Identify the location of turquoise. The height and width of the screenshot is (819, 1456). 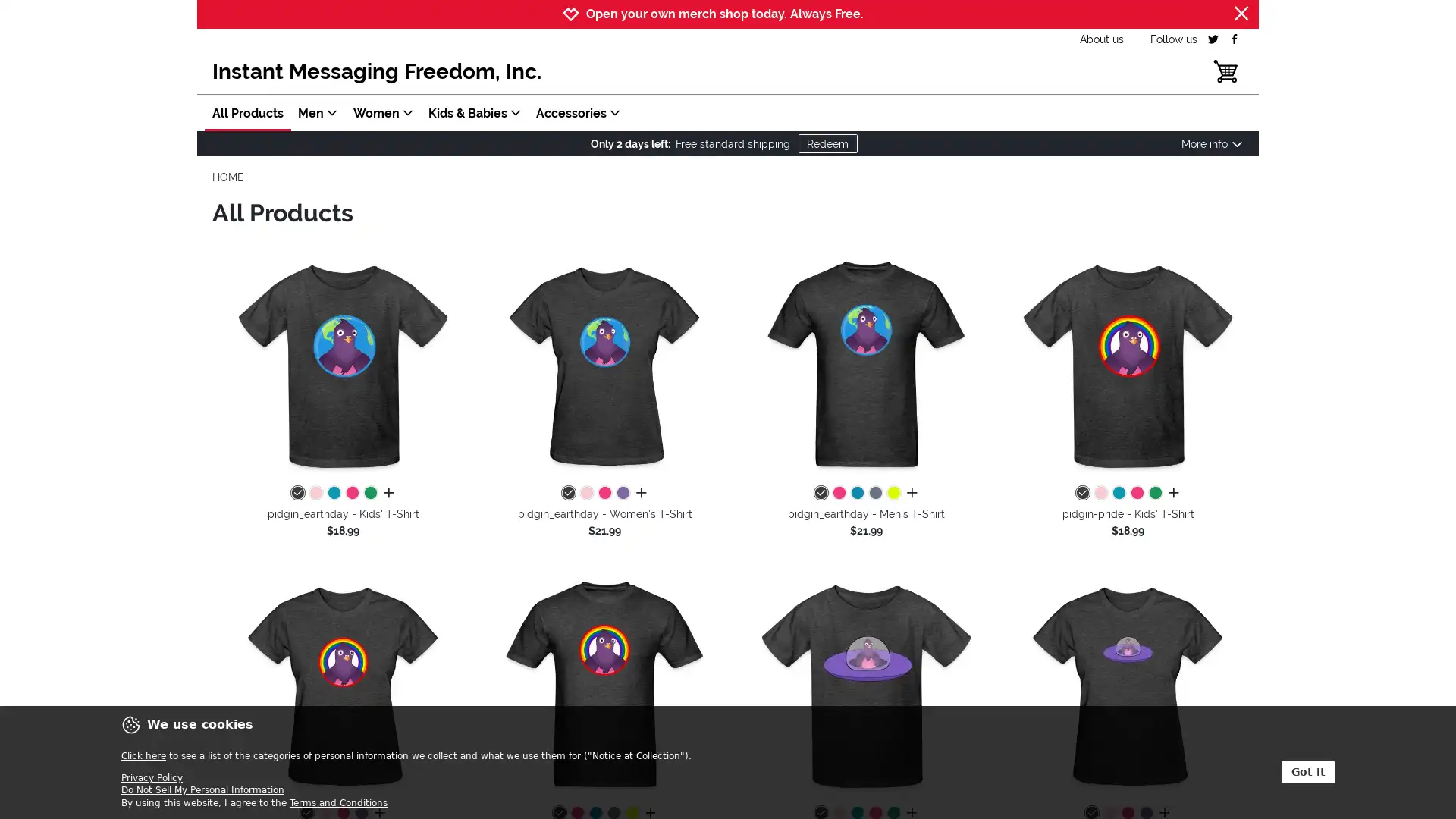
(1118, 494).